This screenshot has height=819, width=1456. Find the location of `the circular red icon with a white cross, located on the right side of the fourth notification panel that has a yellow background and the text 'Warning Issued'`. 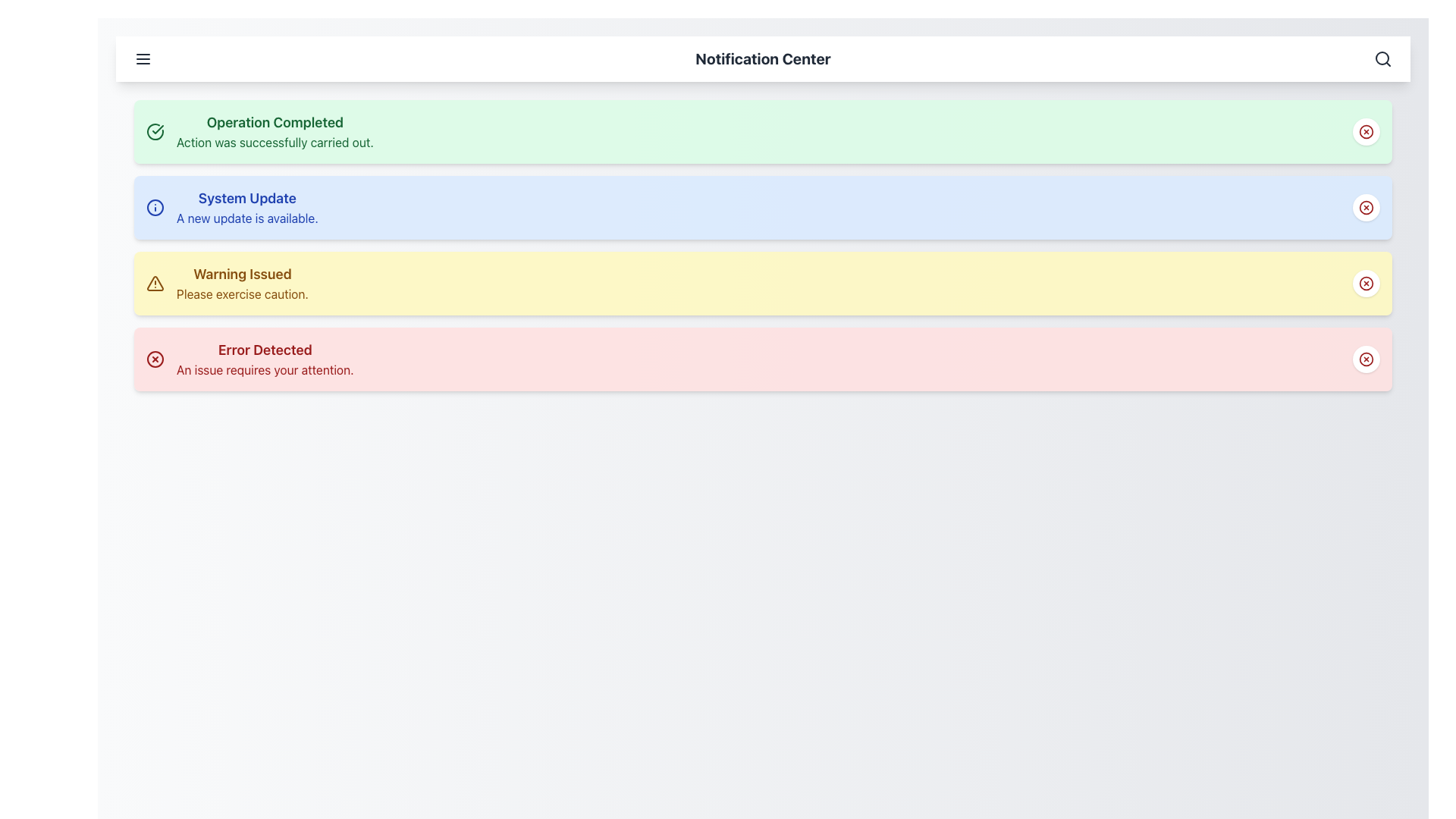

the circular red icon with a white cross, located on the right side of the fourth notification panel that has a yellow background and the text 'Warning Issued' is located at coordinates (1366, 284).